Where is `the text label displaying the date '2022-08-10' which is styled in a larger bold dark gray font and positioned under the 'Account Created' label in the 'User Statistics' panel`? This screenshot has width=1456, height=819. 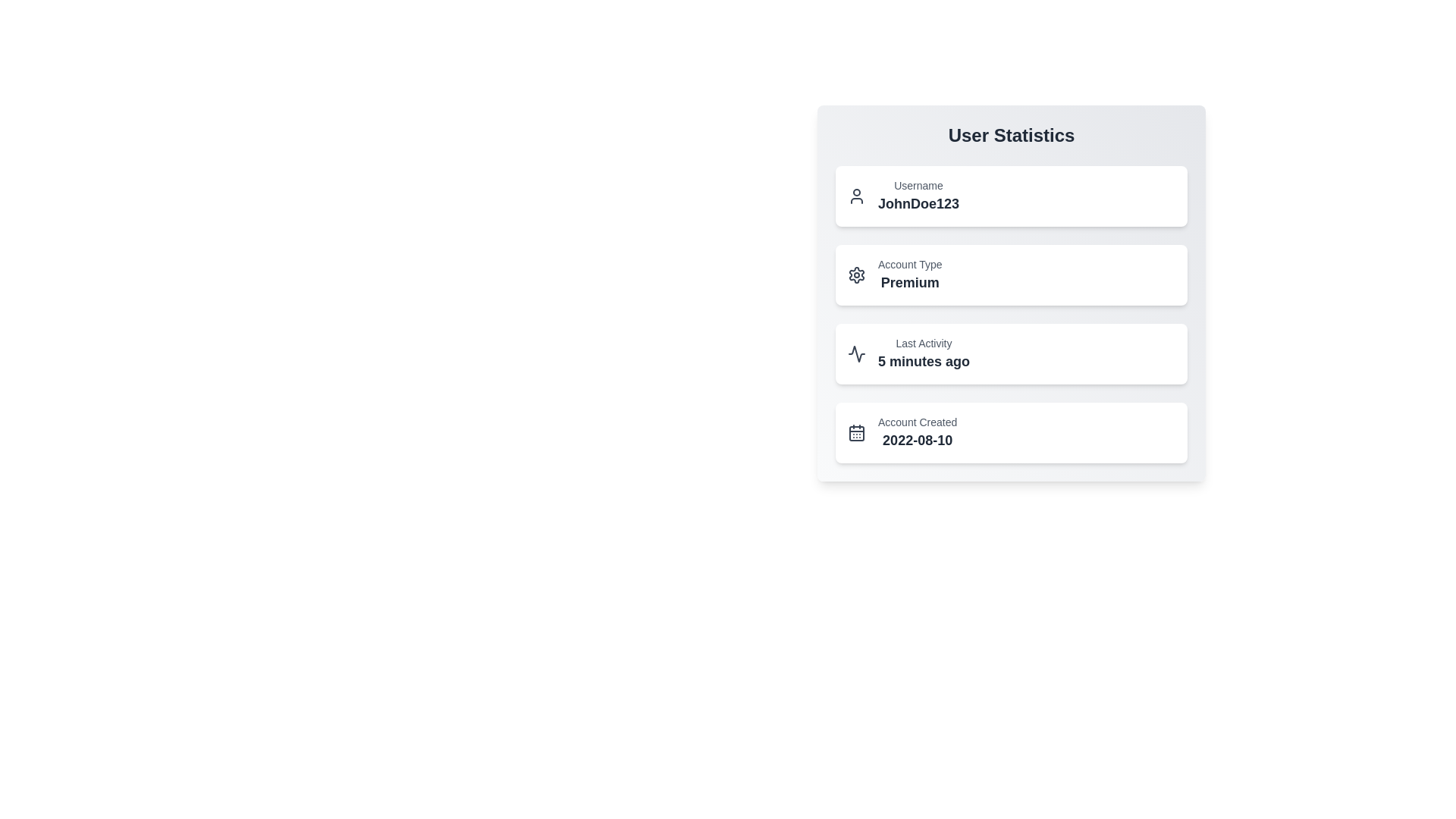
the text label displaying the date '2022-08-10' which is styled in a larger bold dark gray font and positioned under the 'Account Created' label in the 'User Statistics' panel is located at coordinates (917, 441).